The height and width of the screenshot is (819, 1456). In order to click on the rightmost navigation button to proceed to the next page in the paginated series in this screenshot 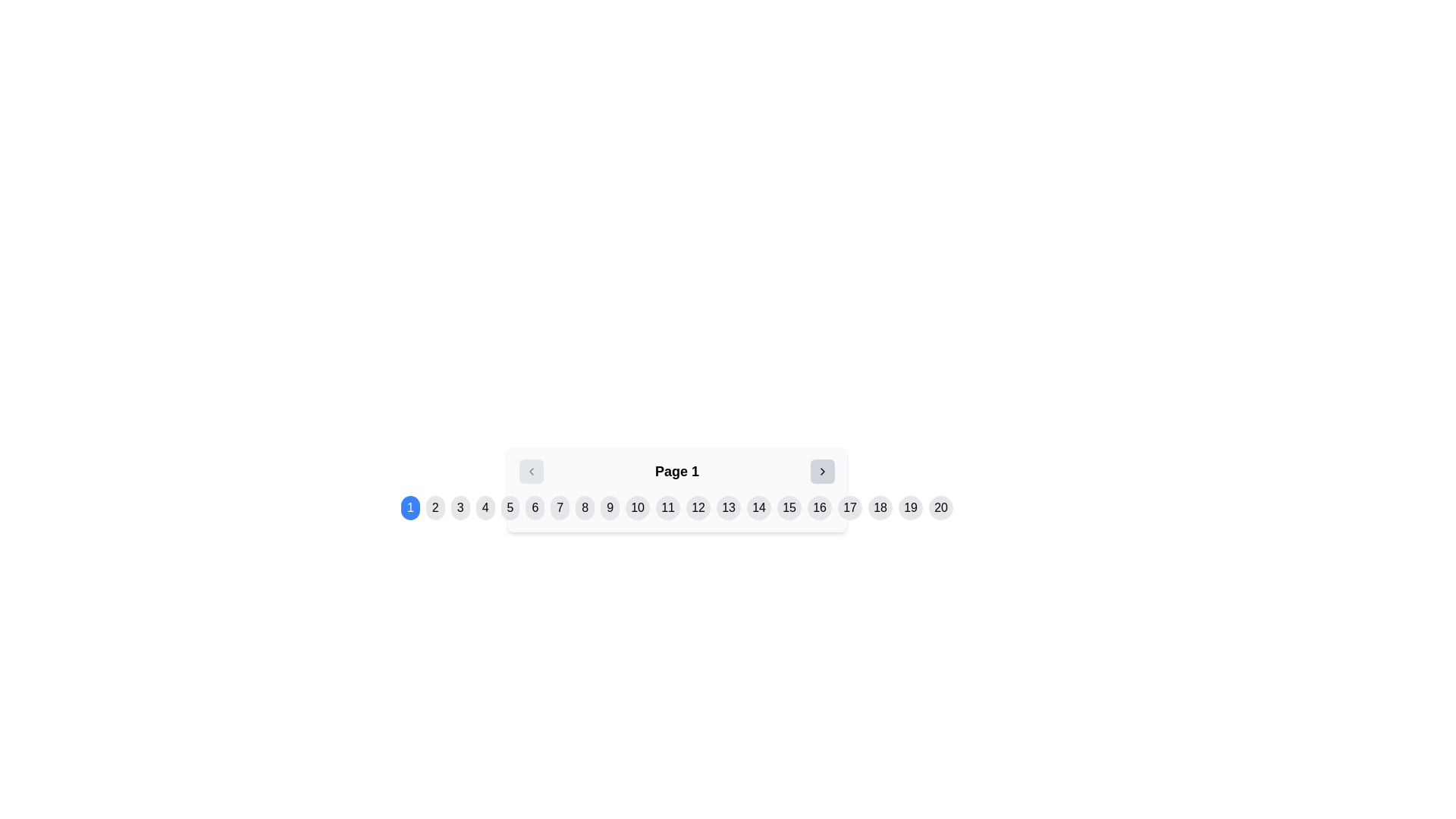, I will do `click(821, 470)`.